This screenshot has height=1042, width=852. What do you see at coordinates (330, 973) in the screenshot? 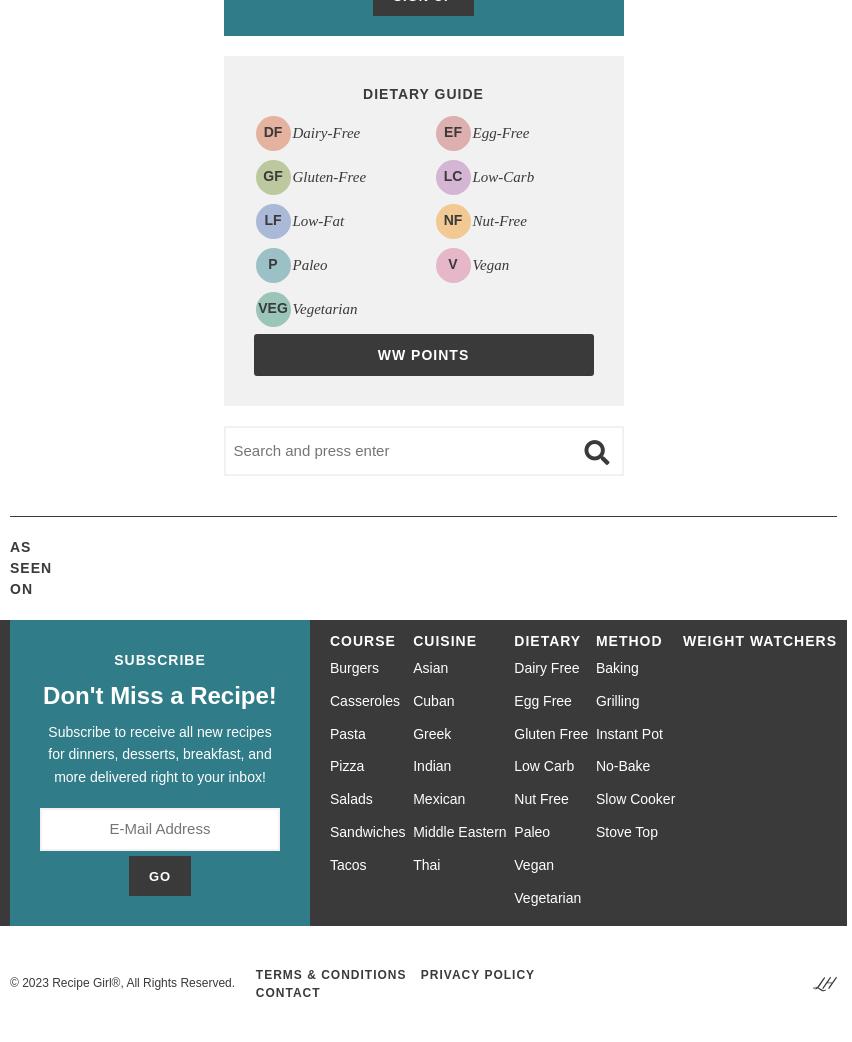
I see `'Terms & Conditions'` at bounding box center [330, 973].